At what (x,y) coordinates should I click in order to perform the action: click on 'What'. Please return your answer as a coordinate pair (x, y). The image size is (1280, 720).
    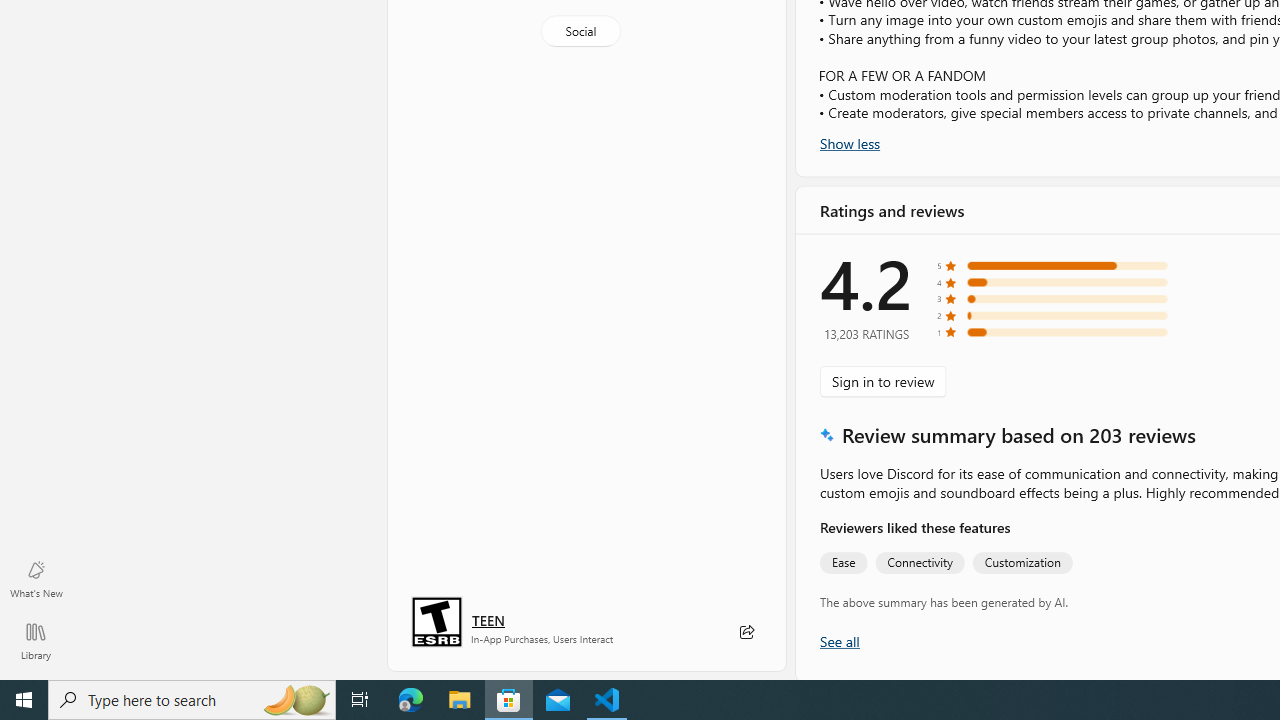
    Looking at the image, I should click on (35, 578).